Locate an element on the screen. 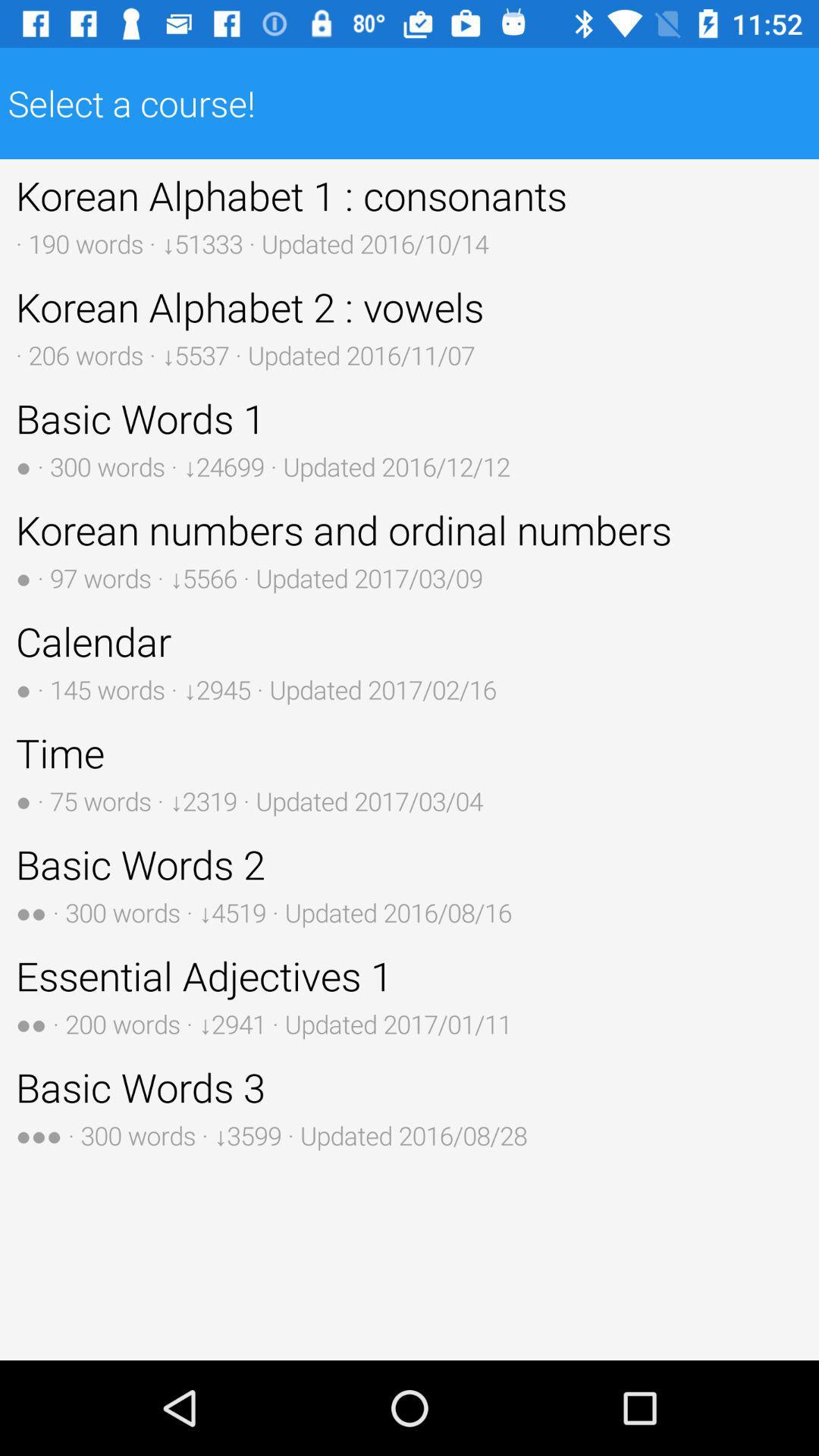 Image resolution: width=819 pixels, height=1456 pixels. the icon above the calendar 145 words button is located at coordinates (409, 548).